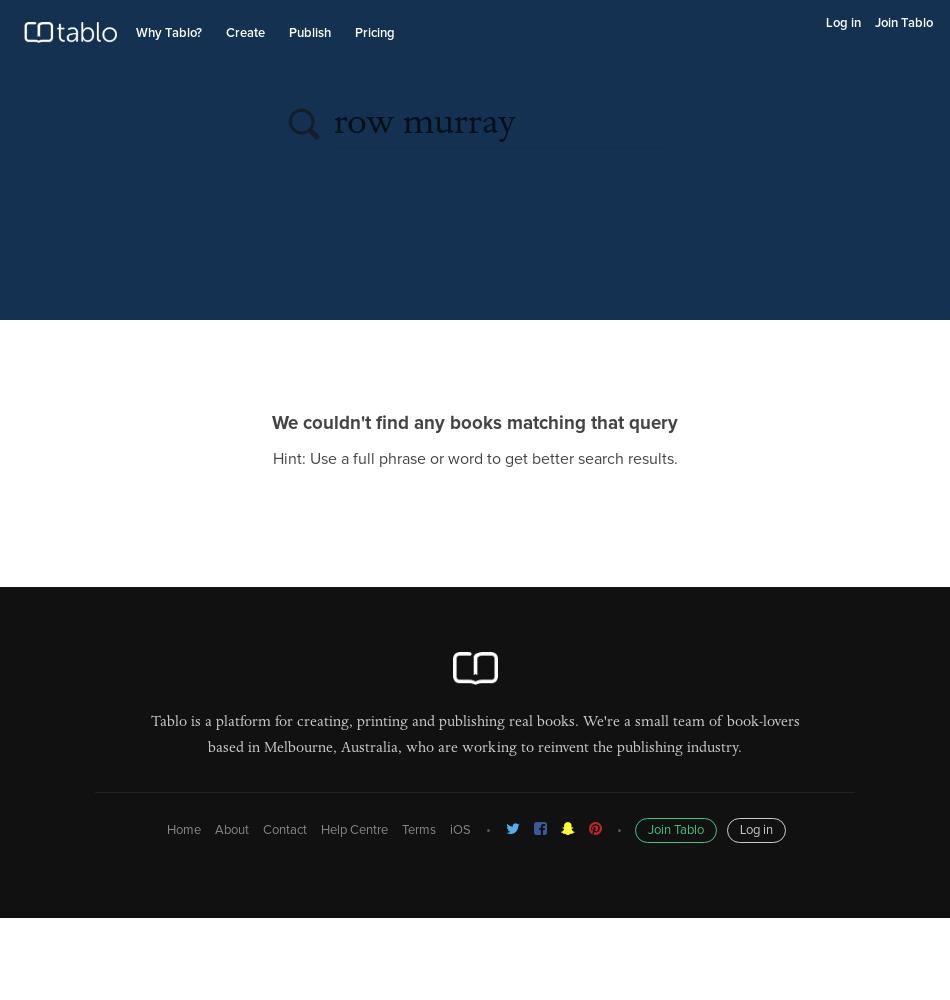 The width and height of the screenshot is (950, 1000). What do you see at coordinates (352, 829) in the screenshot?
I see `'Help Centre'` at bounding box center [352, 829].